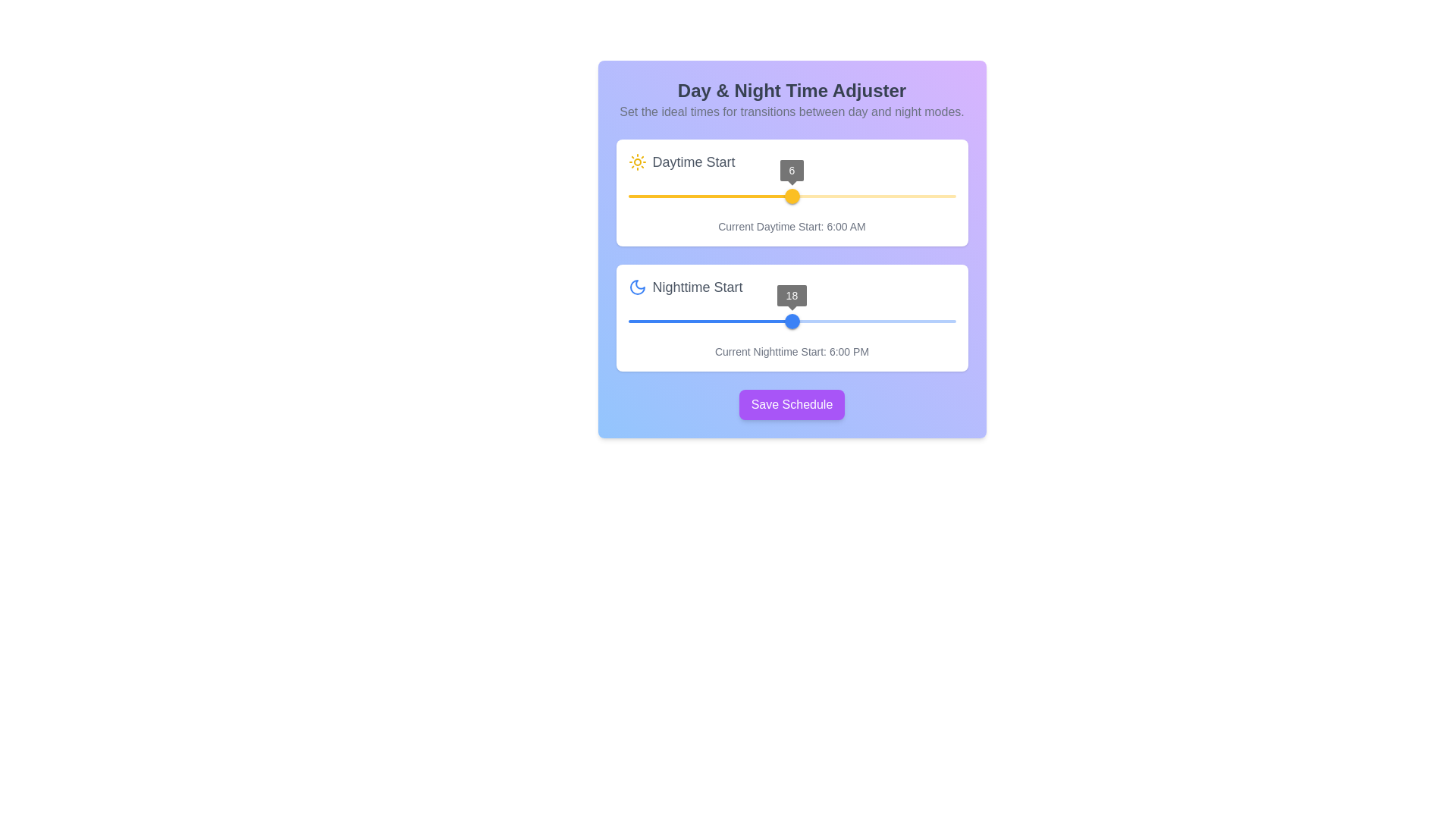  What do you see at coordinates (642, 321) in the screenshot?
I see `the nighttime slider` at bounding box center [642, 321].